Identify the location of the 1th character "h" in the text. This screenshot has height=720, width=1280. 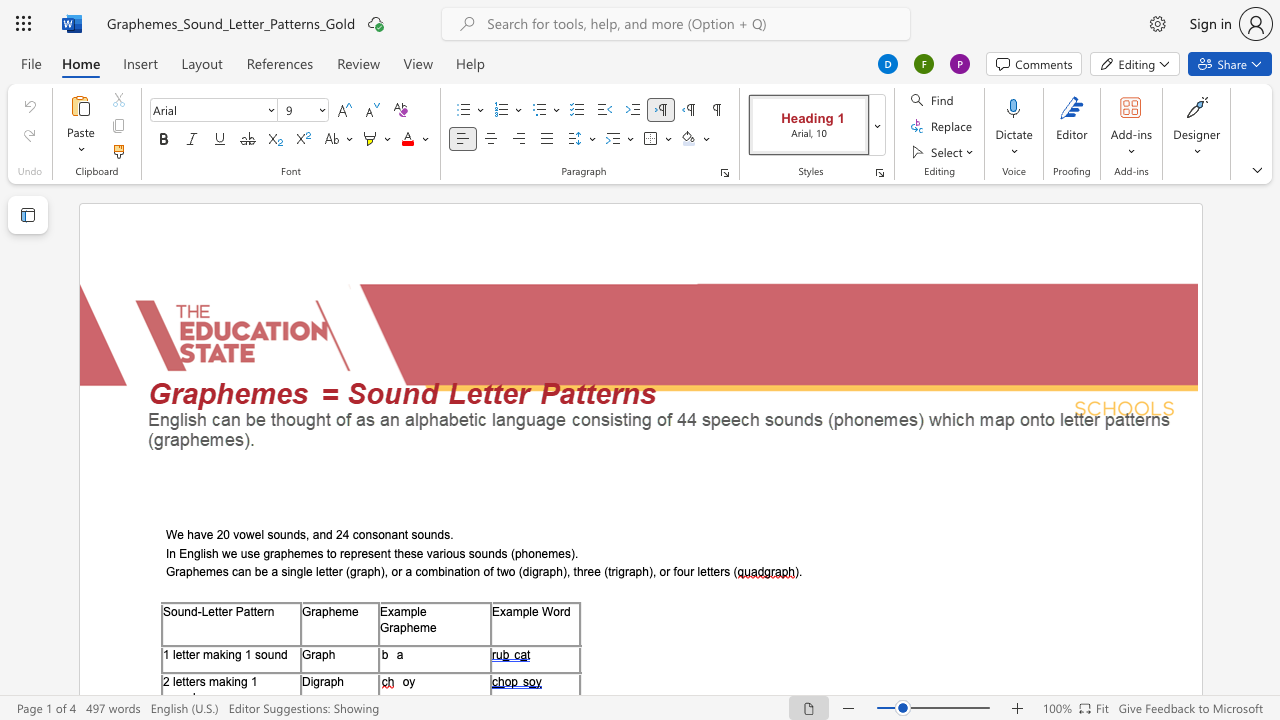
(215, 553).